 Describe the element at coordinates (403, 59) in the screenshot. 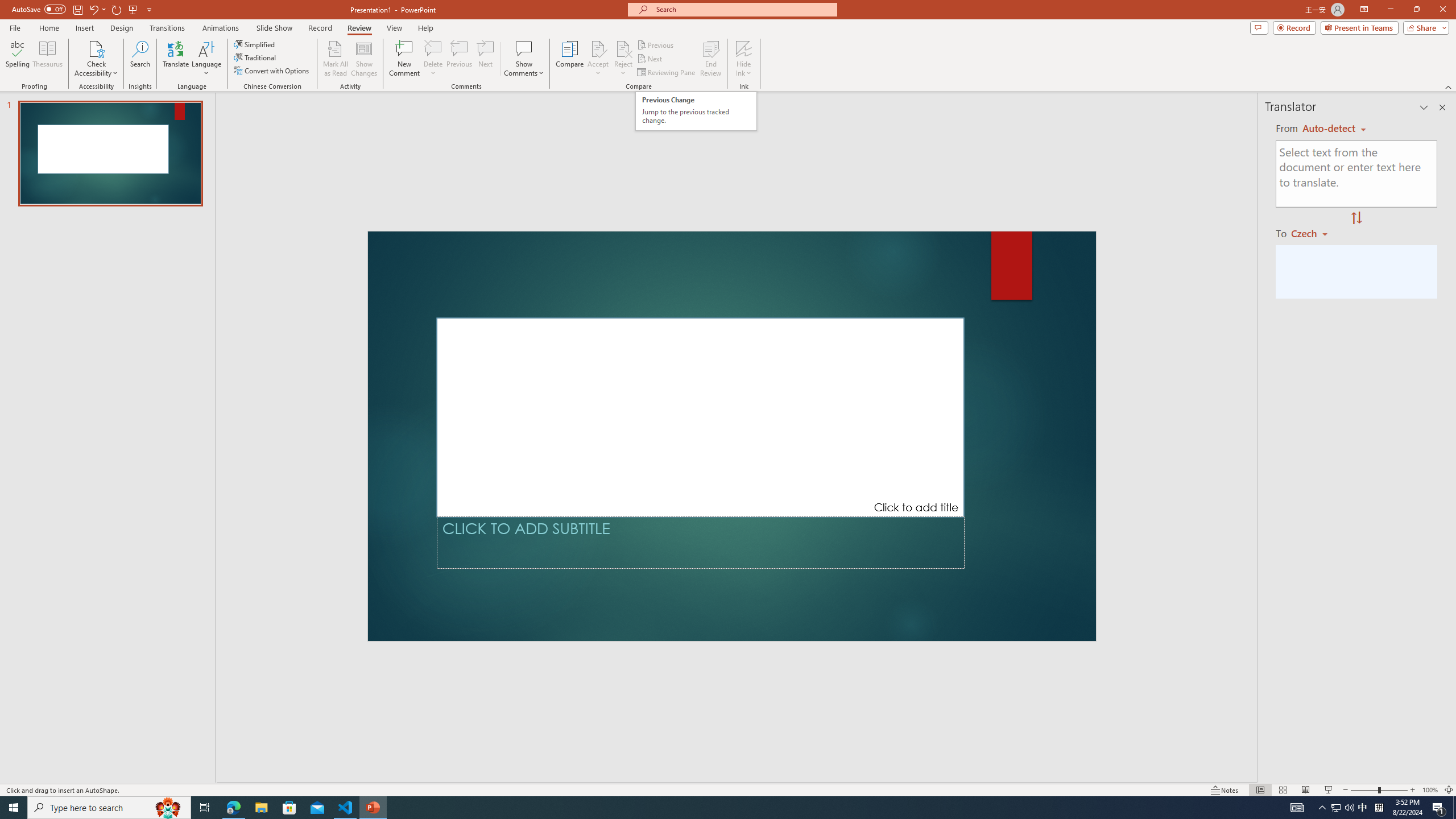

I see `'New Comment'` at that location.